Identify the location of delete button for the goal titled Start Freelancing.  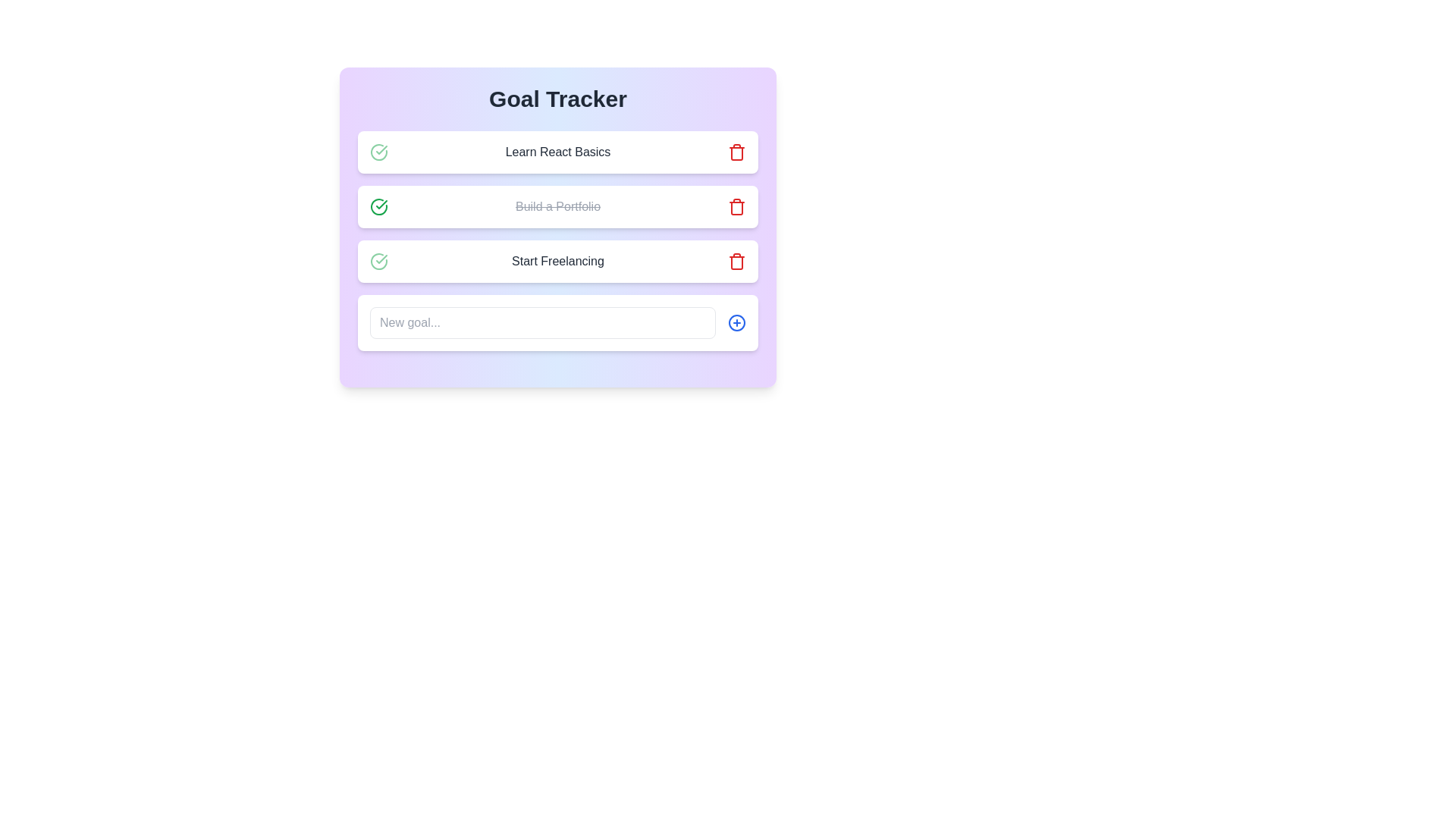
(736, 260).